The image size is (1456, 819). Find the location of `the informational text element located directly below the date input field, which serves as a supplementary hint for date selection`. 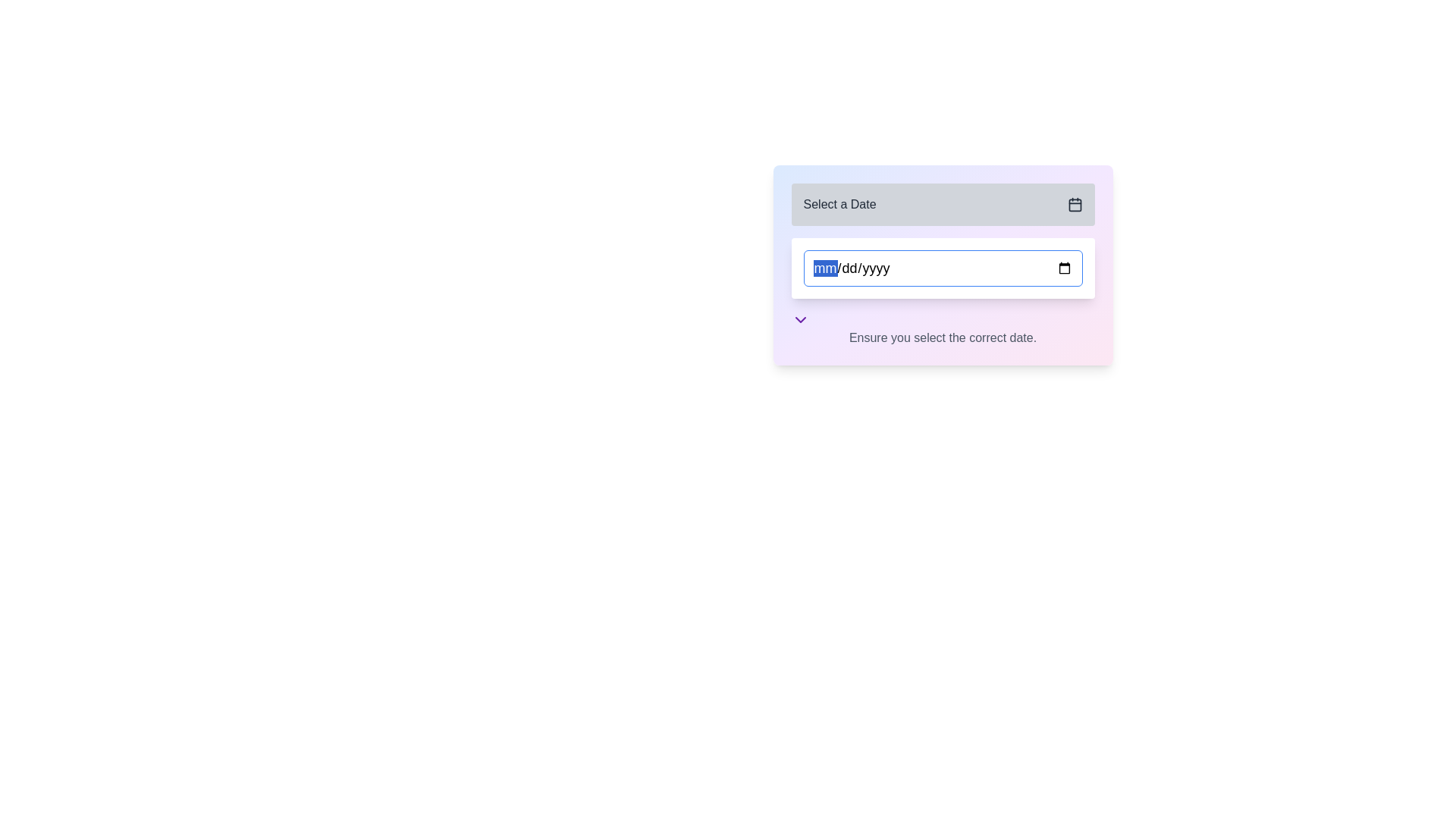

the informational text element located directly below the date input field, which serves as a supplementary hint for date selection is located at coordinates (942, 328).